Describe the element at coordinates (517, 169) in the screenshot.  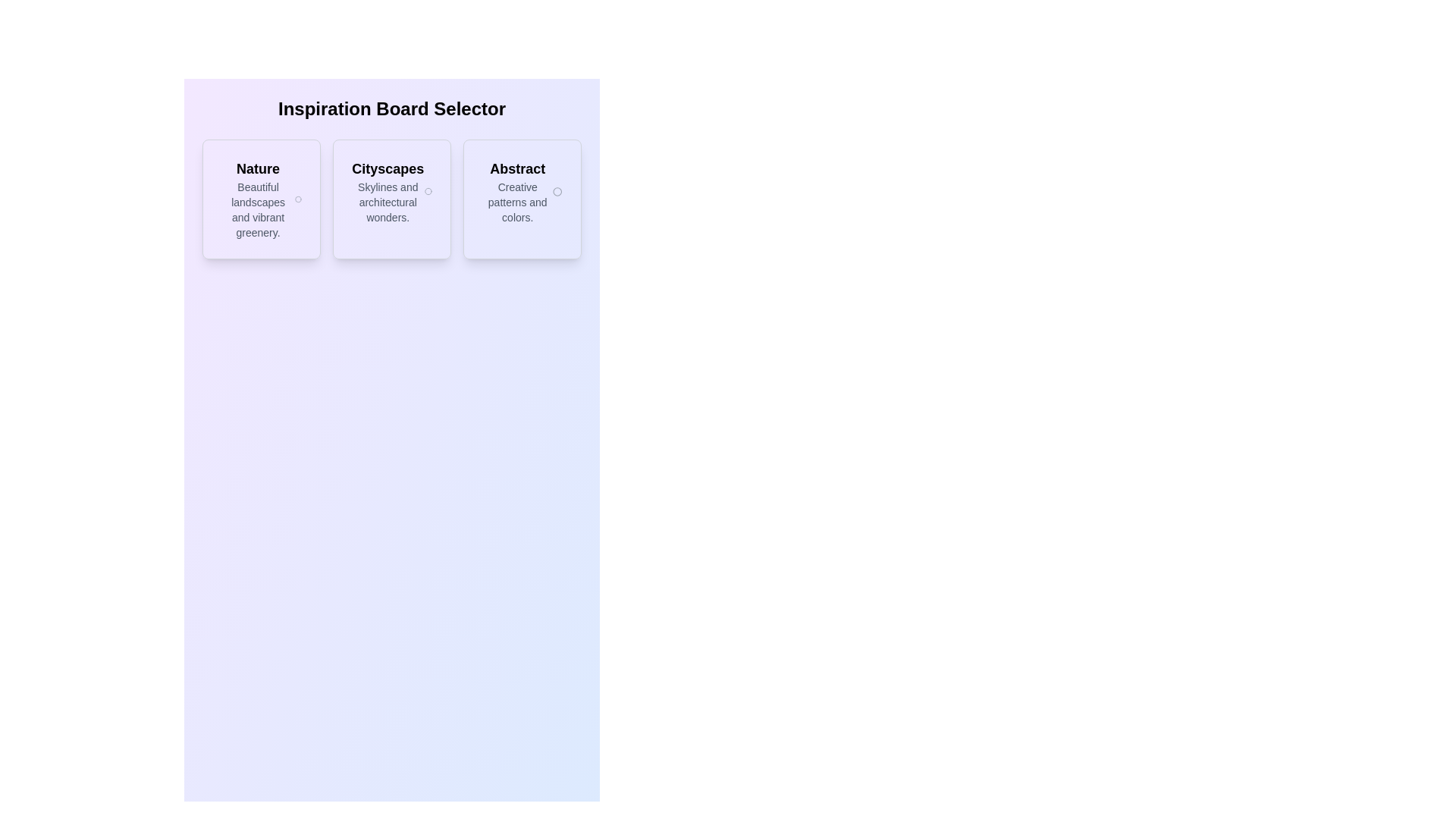
I see `the 'Abstract' text label, which is displayed in a bold and larger font at the top of the rightmost card under the 'Inspiration Board Selector'` at that location.